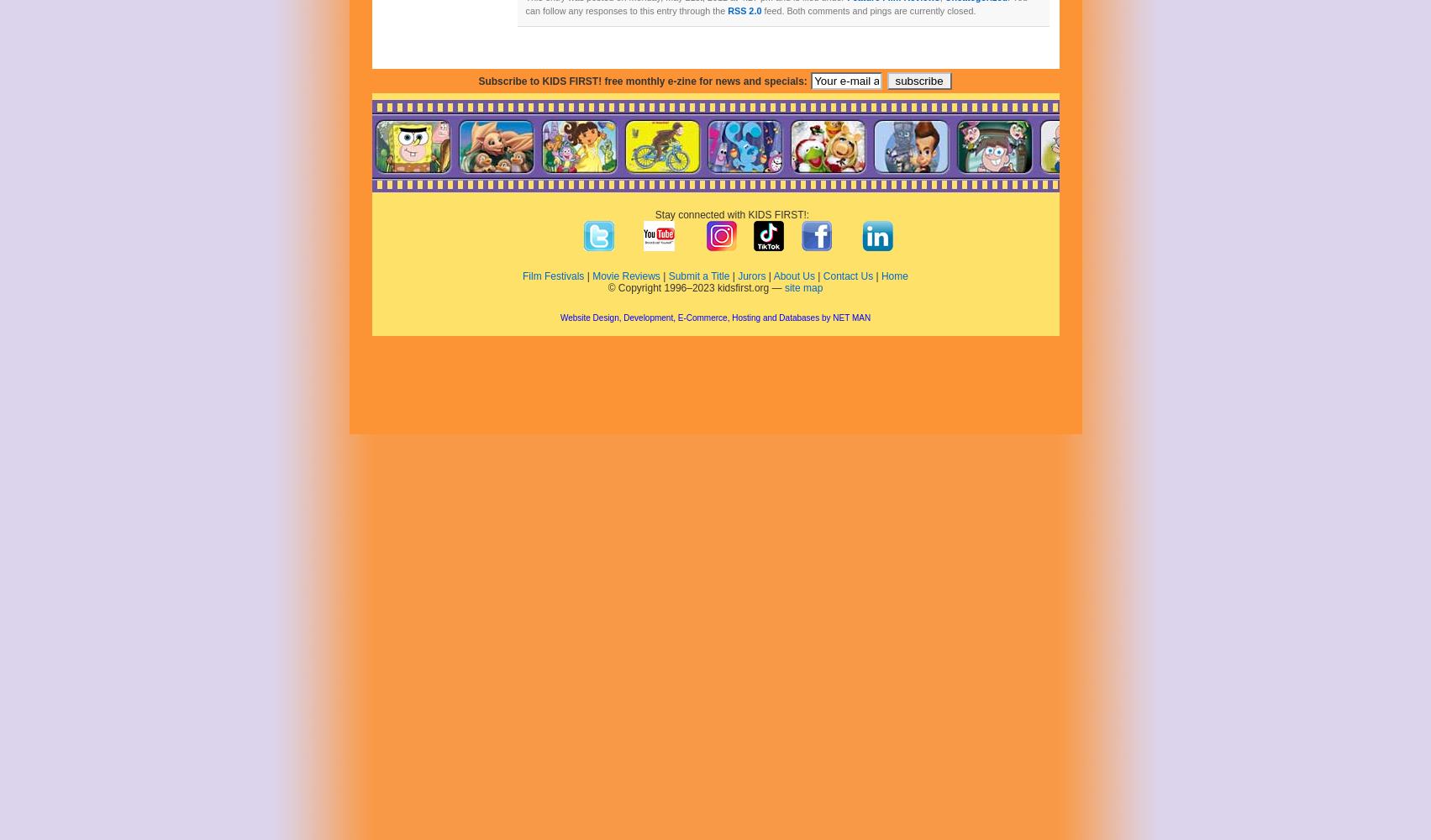  I want to click on 'March 2019', so click(423, 605).